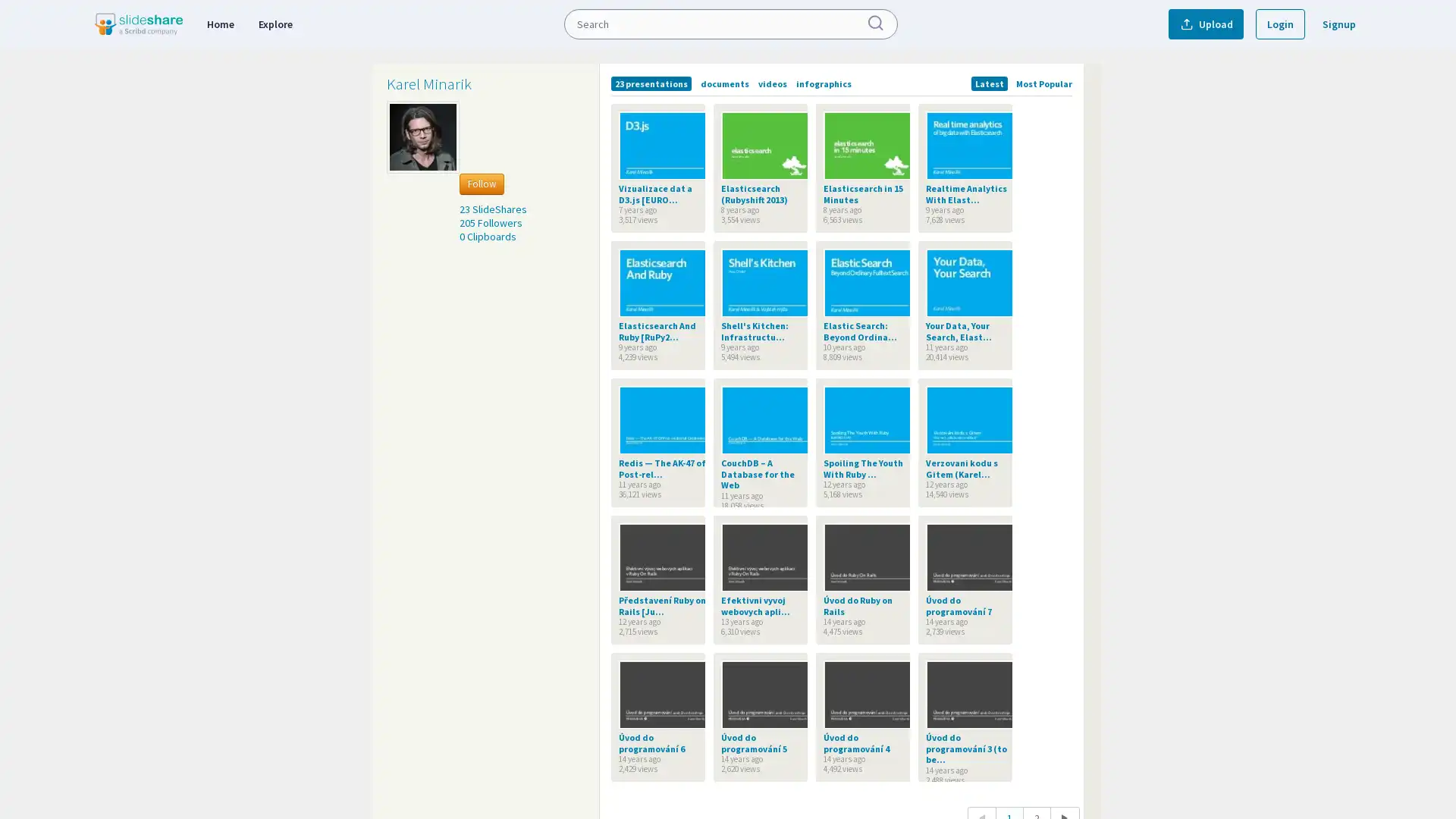  Describe the element at coordinates (874, 23) in the screenshot. I see `Submit Search` at that location.